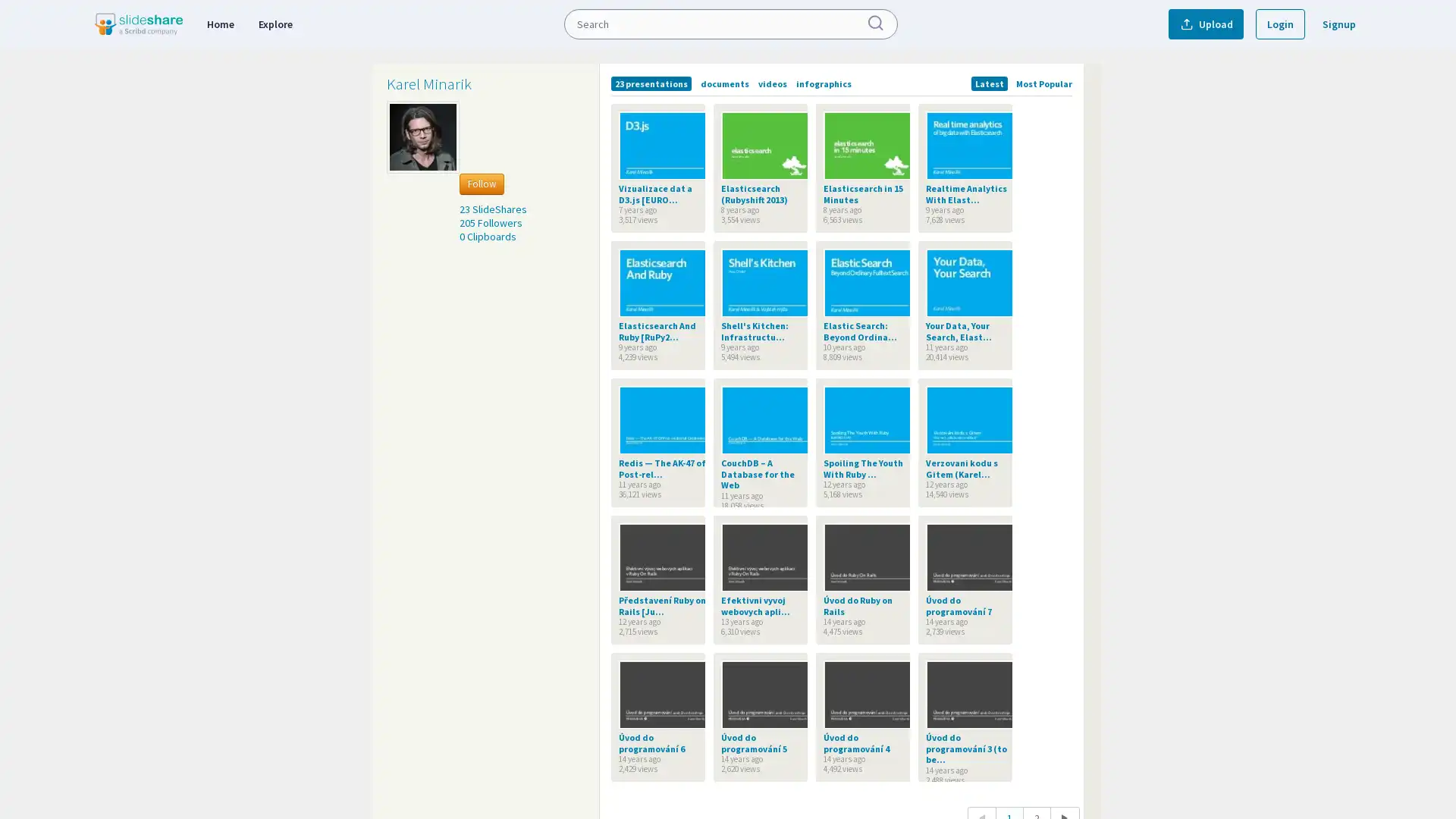  Describe the element at coordinates (874, 23) in the screenshot. I see `Submit Search` at that location.